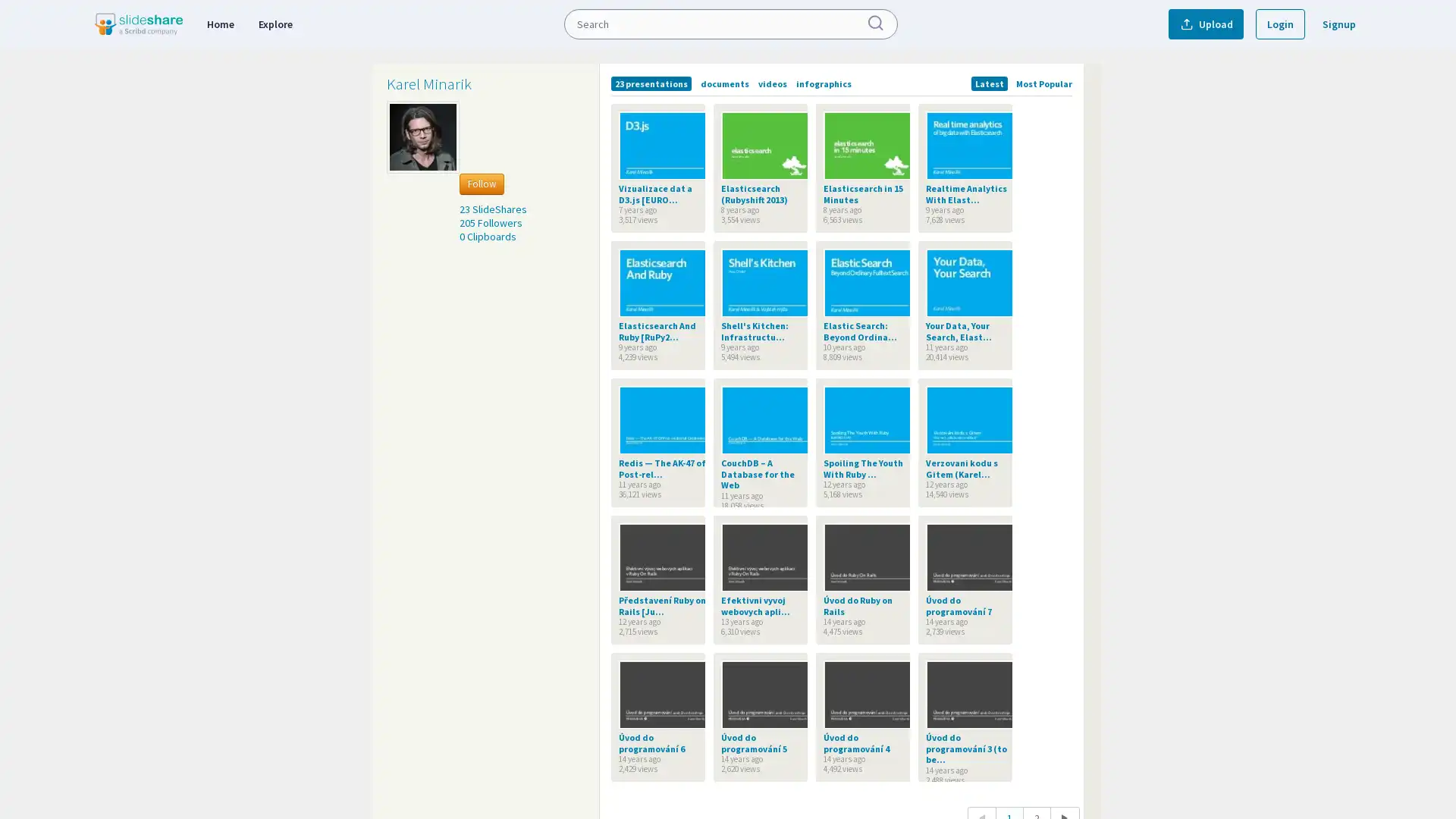  Describe the element at coordinates (874, 23) in the screenshot. I see `Submit Search` at that location.